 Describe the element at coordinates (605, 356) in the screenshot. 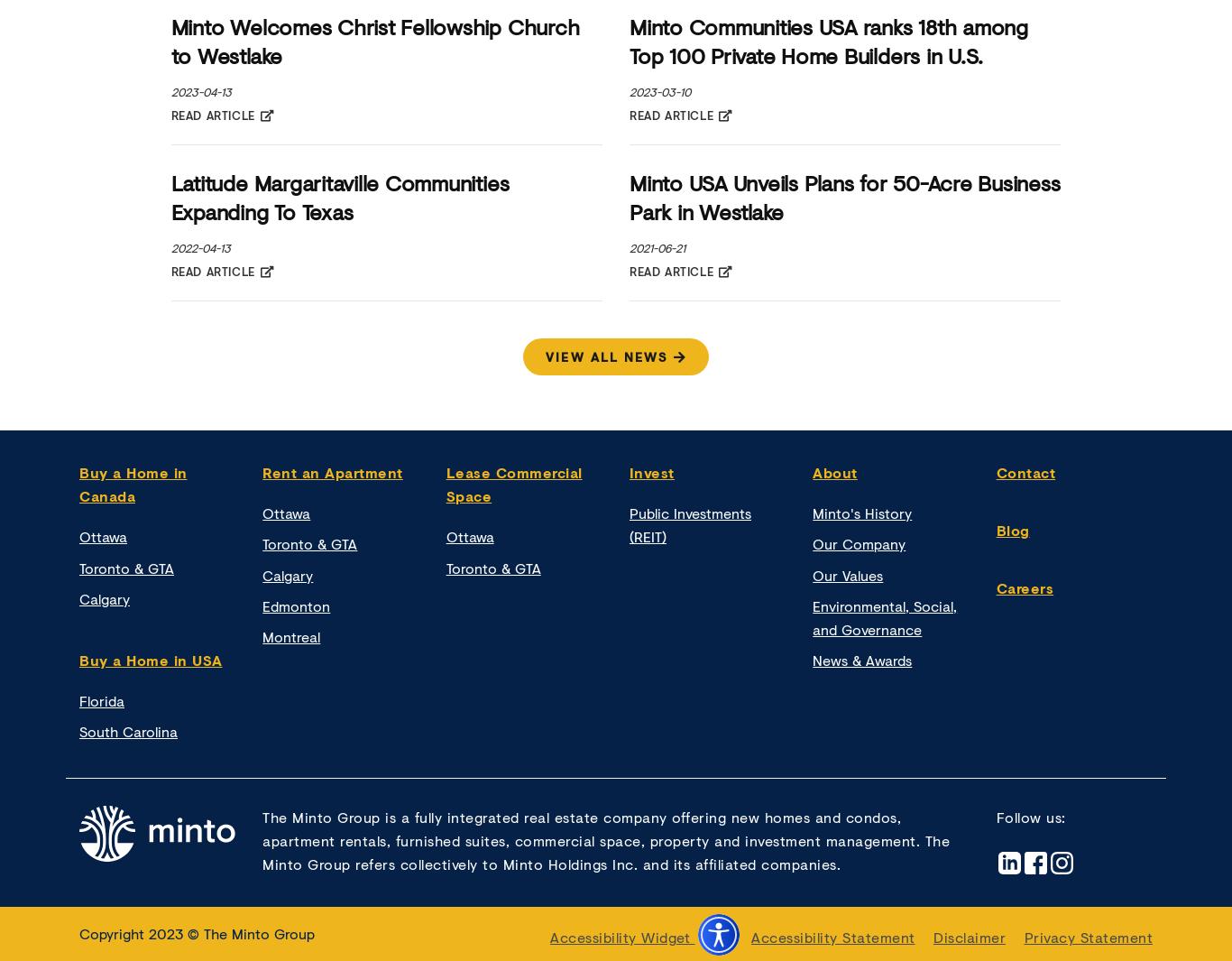

I see `'view all news'` at that location.